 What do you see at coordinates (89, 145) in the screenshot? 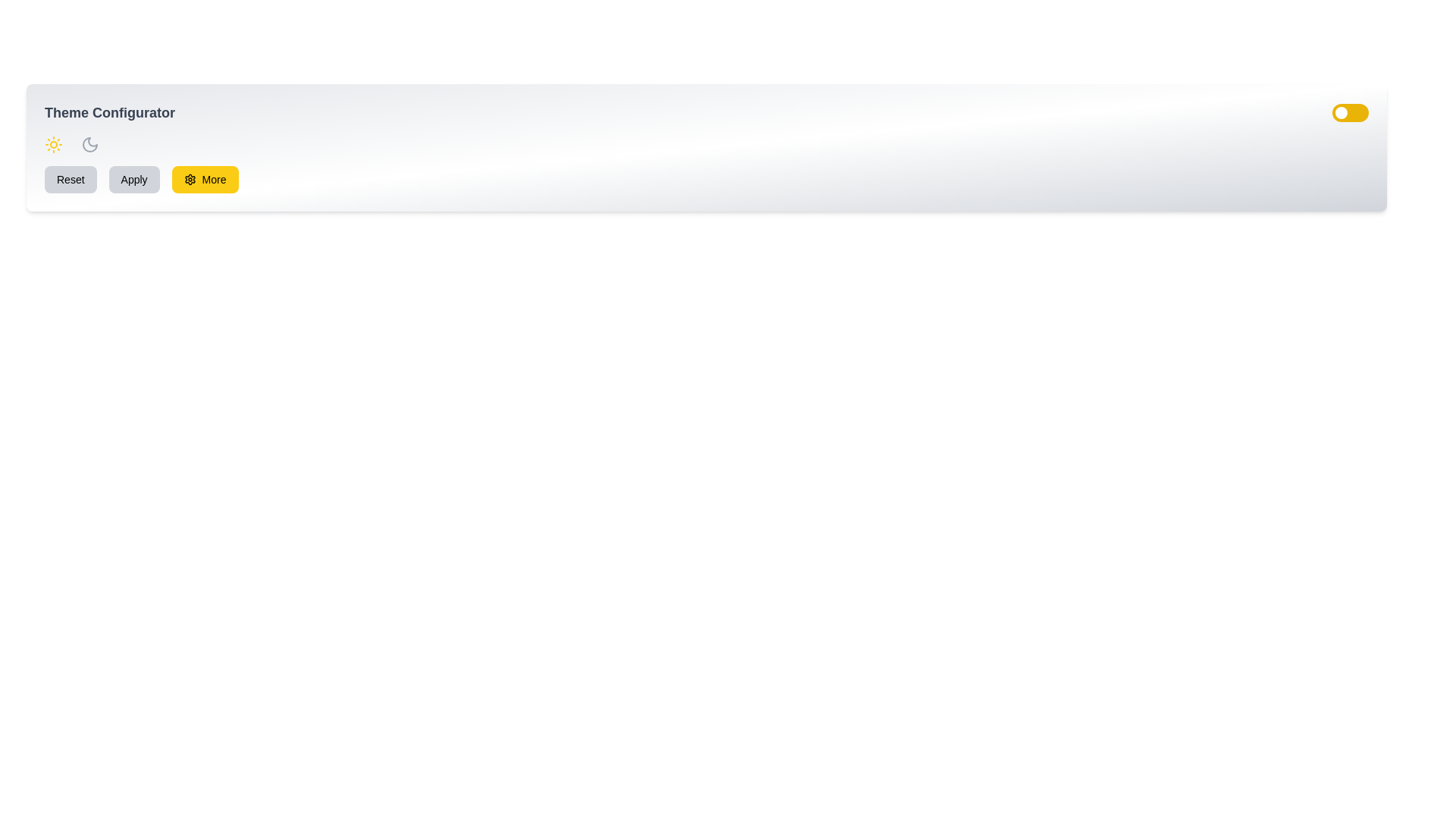
I see `the dark mode toggle icon, which is the second icon in the toolbar following the sun icon` at bounding box center [89, 145].